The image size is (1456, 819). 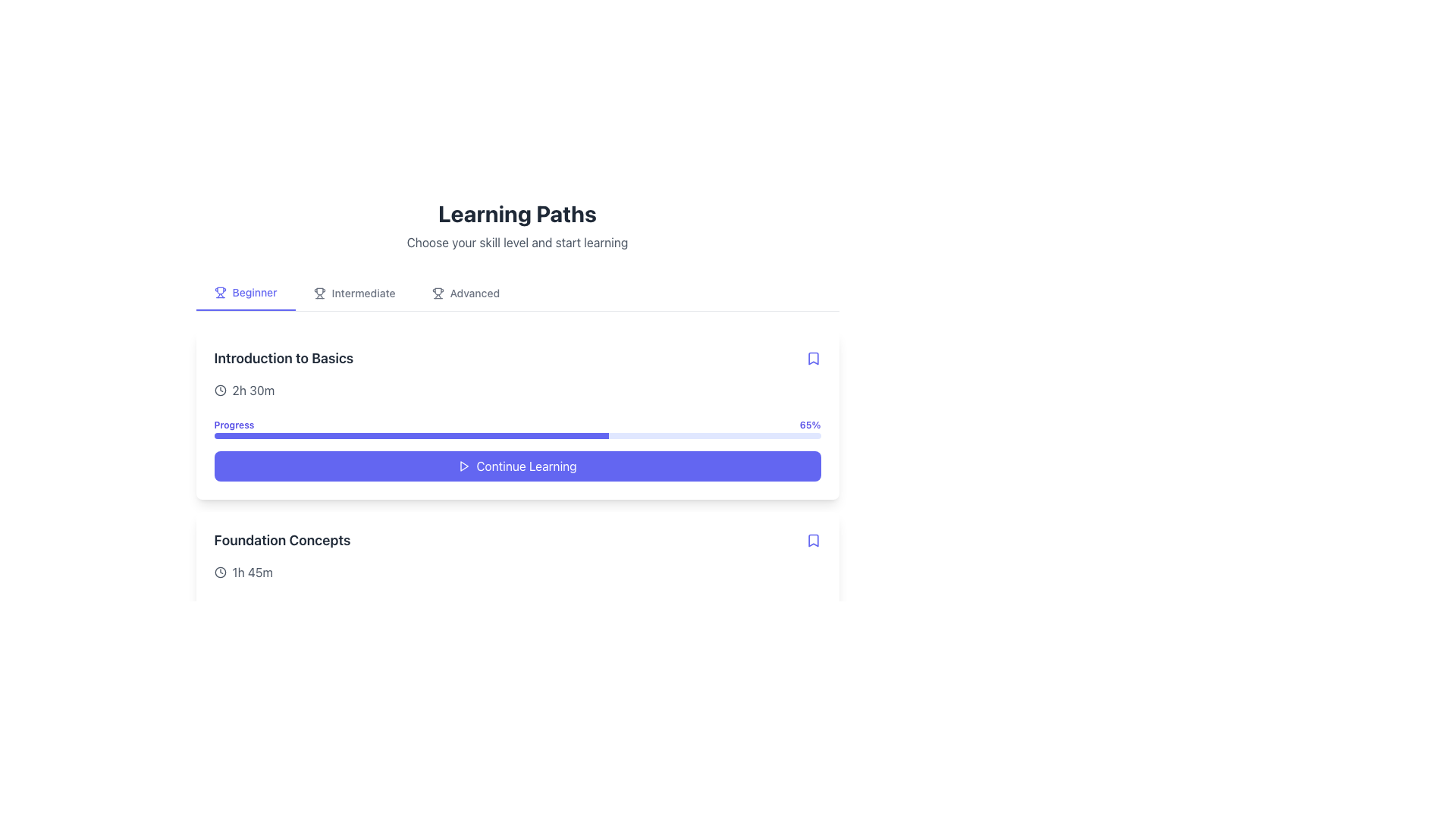 I want to click on progress bar, so click(x=614, y=435).